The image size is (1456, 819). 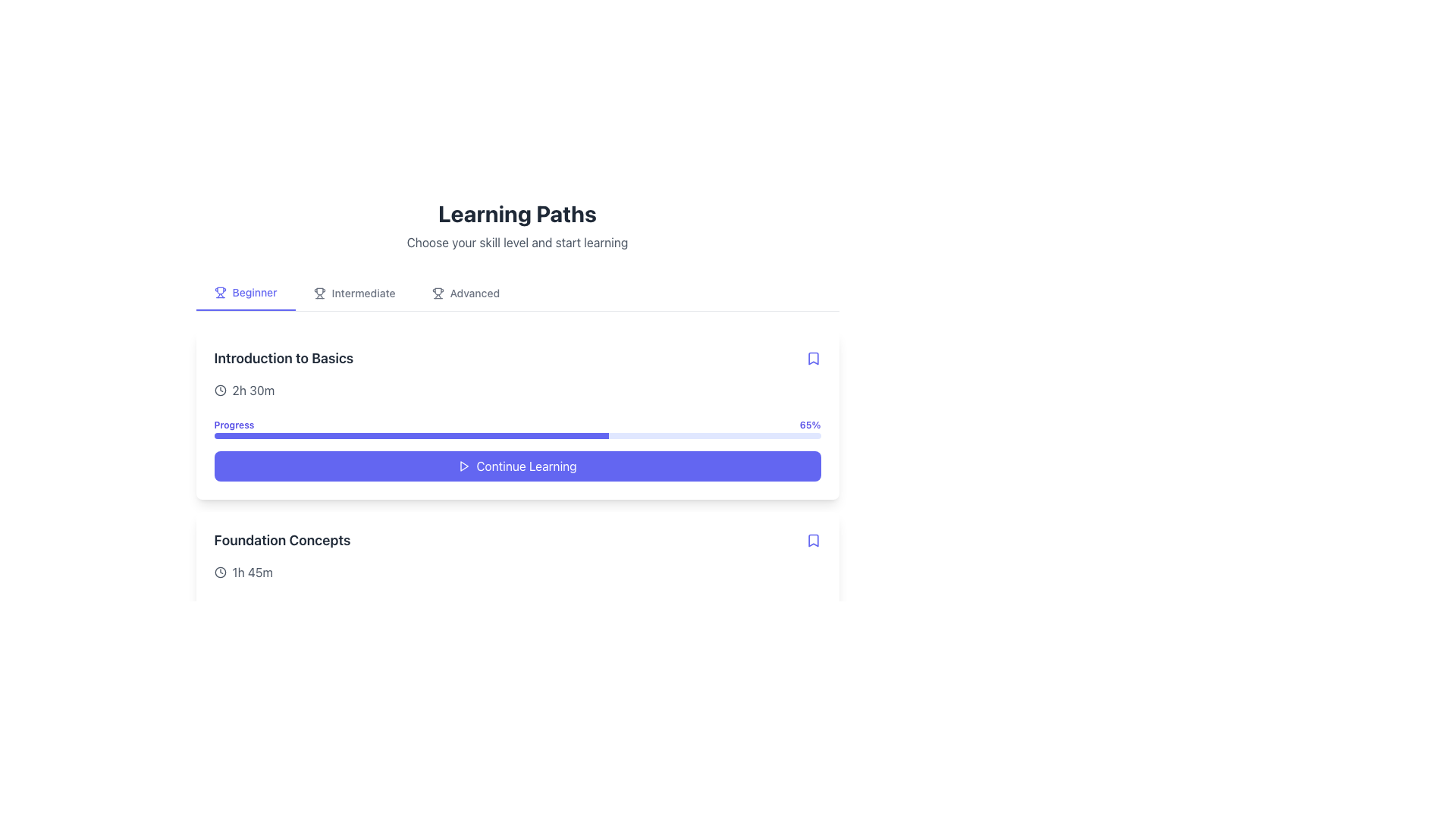 I want to click on progress bar, so click(x=614, y=435).